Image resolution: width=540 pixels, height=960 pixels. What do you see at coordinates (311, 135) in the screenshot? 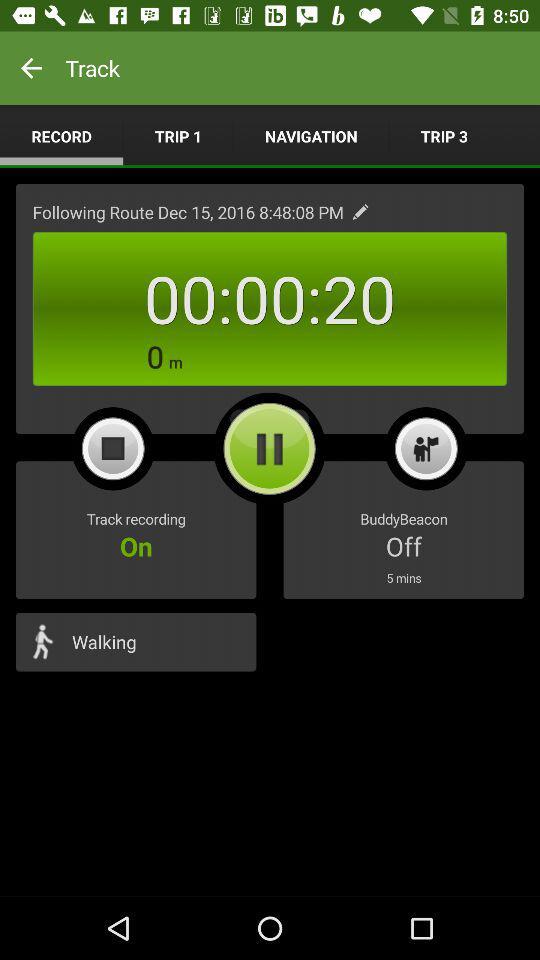
I see `the icon next to trip 3 item` at bounding box center [311, 135].